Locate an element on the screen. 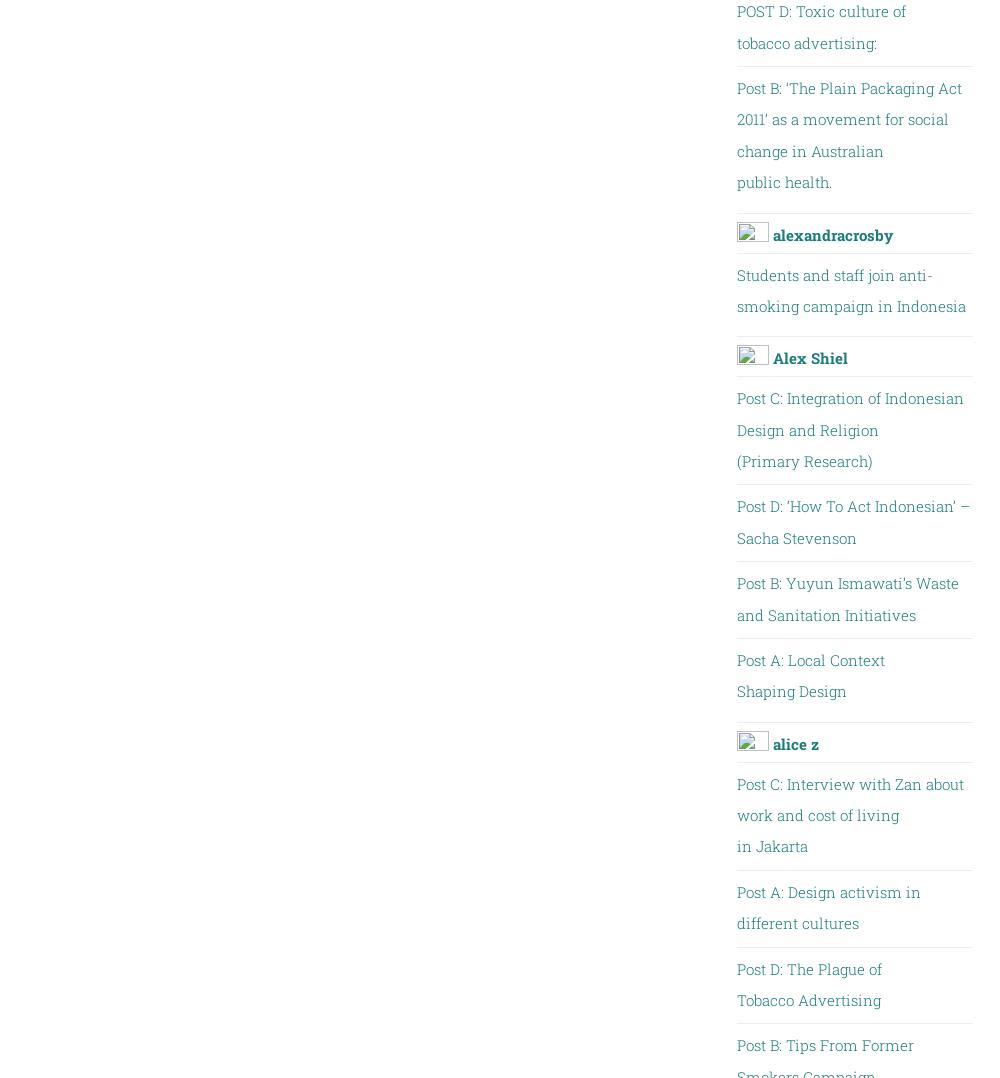 Image resolution: width=1000 pixels, height=1078 pixels. 'Post D: The Plague of Tobacco Advertising' is located at coordinates (808, 983).